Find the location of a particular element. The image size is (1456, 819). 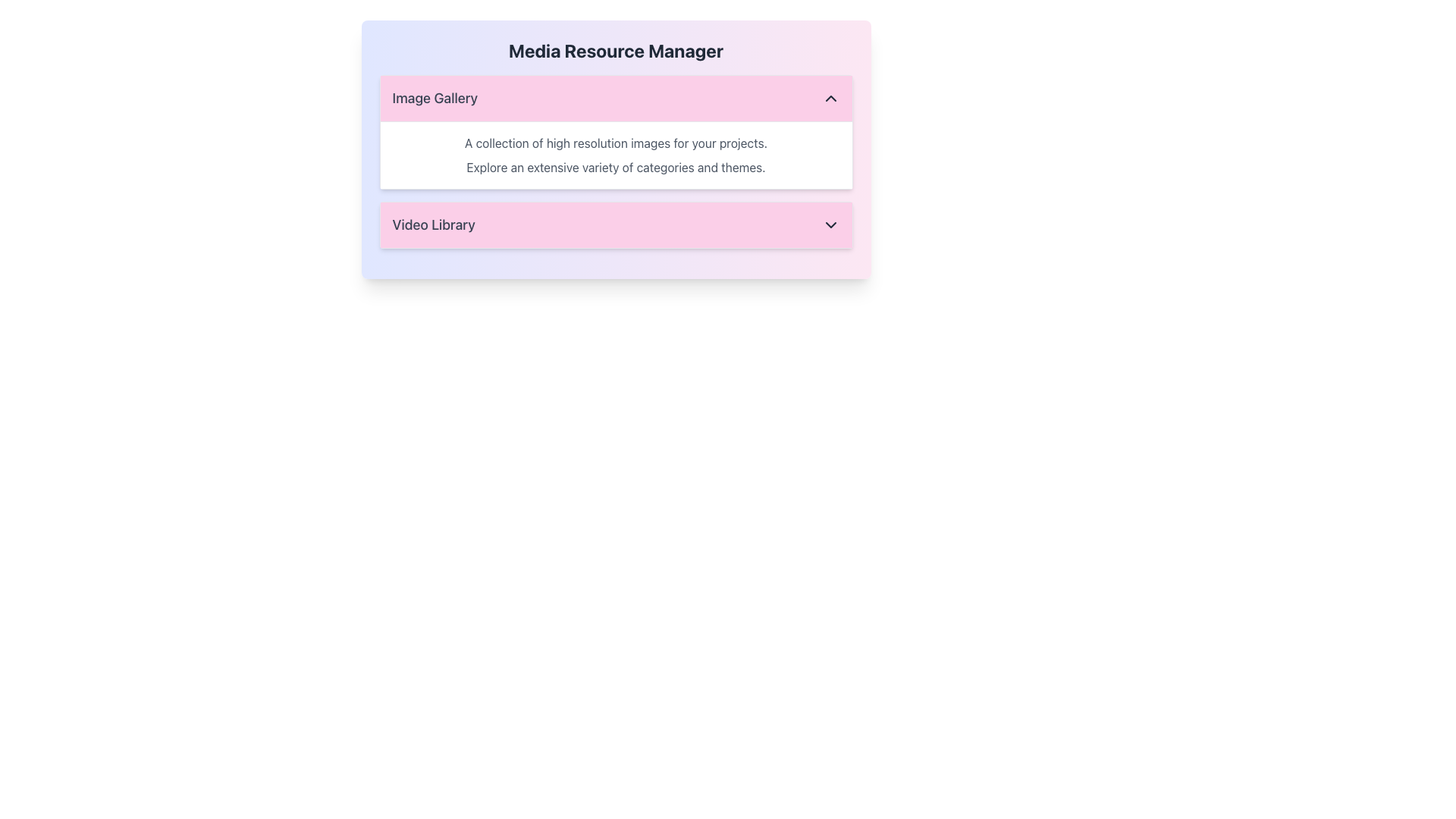

the chevron icon styled with a black outline and pink background located at the top-right corner of the 'Image Gallery' section is located at coordinates (830, 99).